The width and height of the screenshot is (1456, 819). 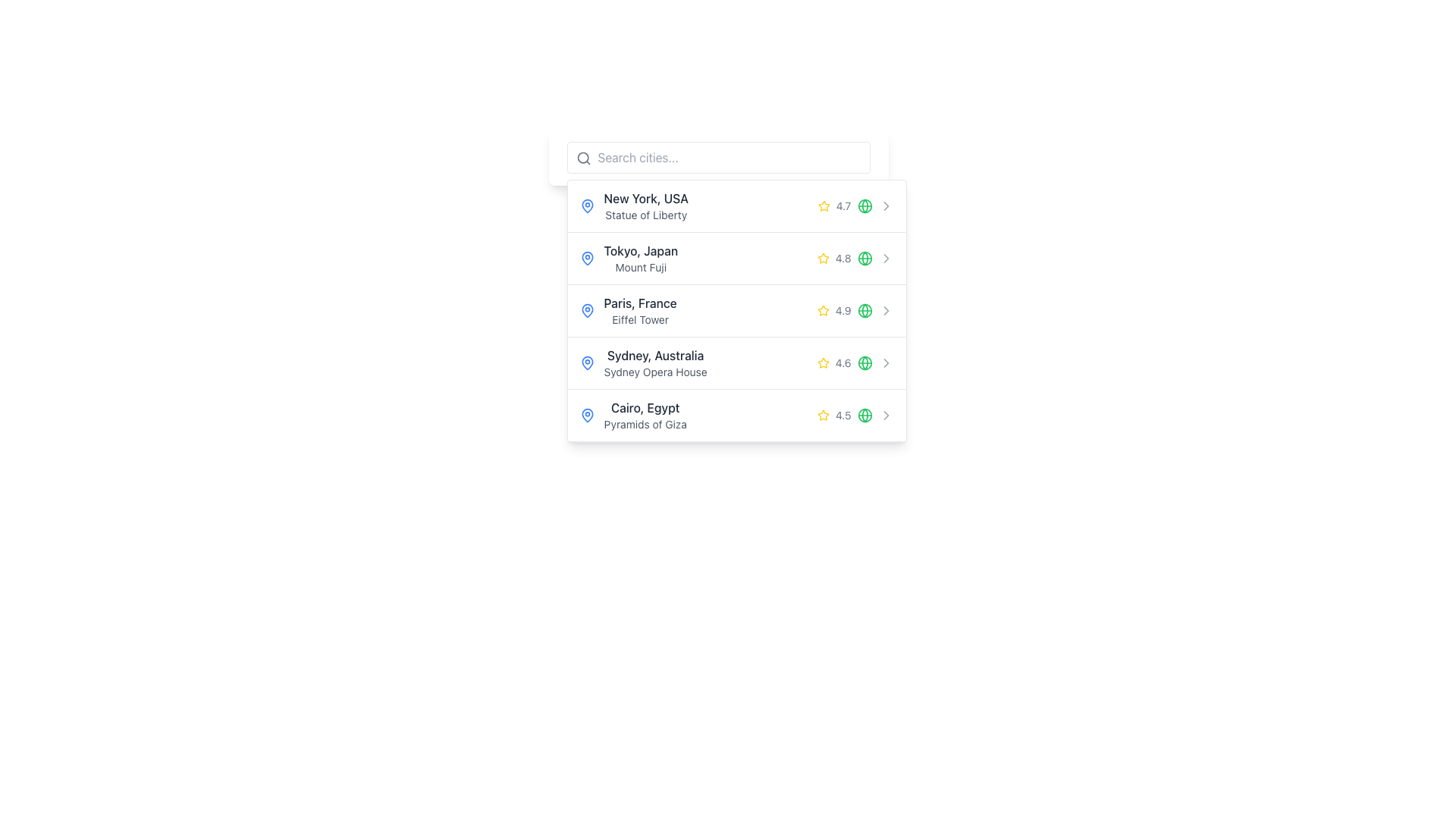 What do you see at coordinates (843, 309) in the screenshot?
I see `the static text field displaying the rating value '4.9', which is styled in a small gray font and located to the right of a yellow star icon for the 'Paris, France - Eiffel Tower' entry` at bounding box center [843, 309].